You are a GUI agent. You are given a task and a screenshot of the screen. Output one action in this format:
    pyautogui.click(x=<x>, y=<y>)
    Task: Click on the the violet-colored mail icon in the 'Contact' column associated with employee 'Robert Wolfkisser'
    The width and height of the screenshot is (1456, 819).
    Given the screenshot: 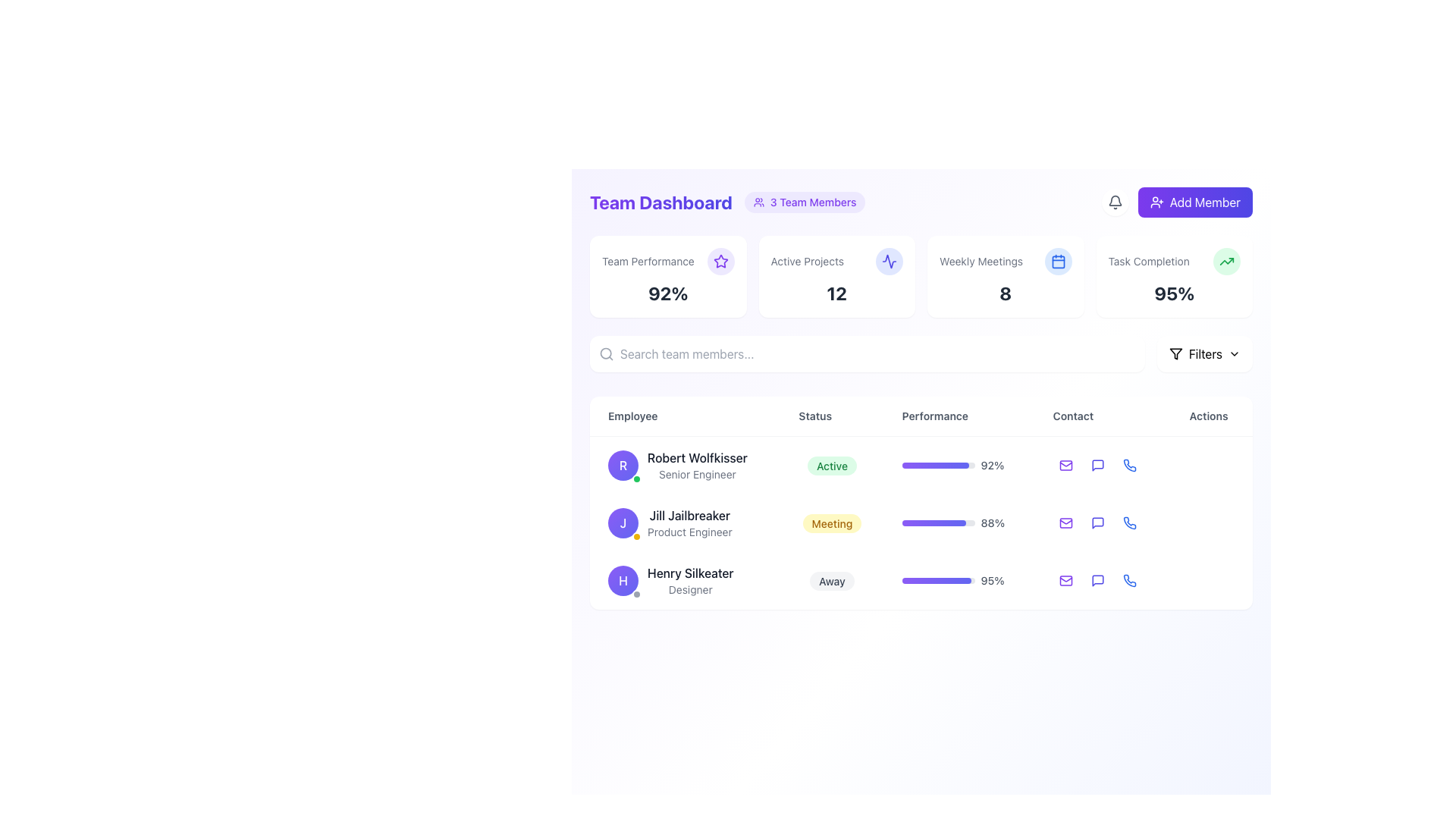 What is the action you would take?
    pyautogui.click(x=1065, y=464)
    